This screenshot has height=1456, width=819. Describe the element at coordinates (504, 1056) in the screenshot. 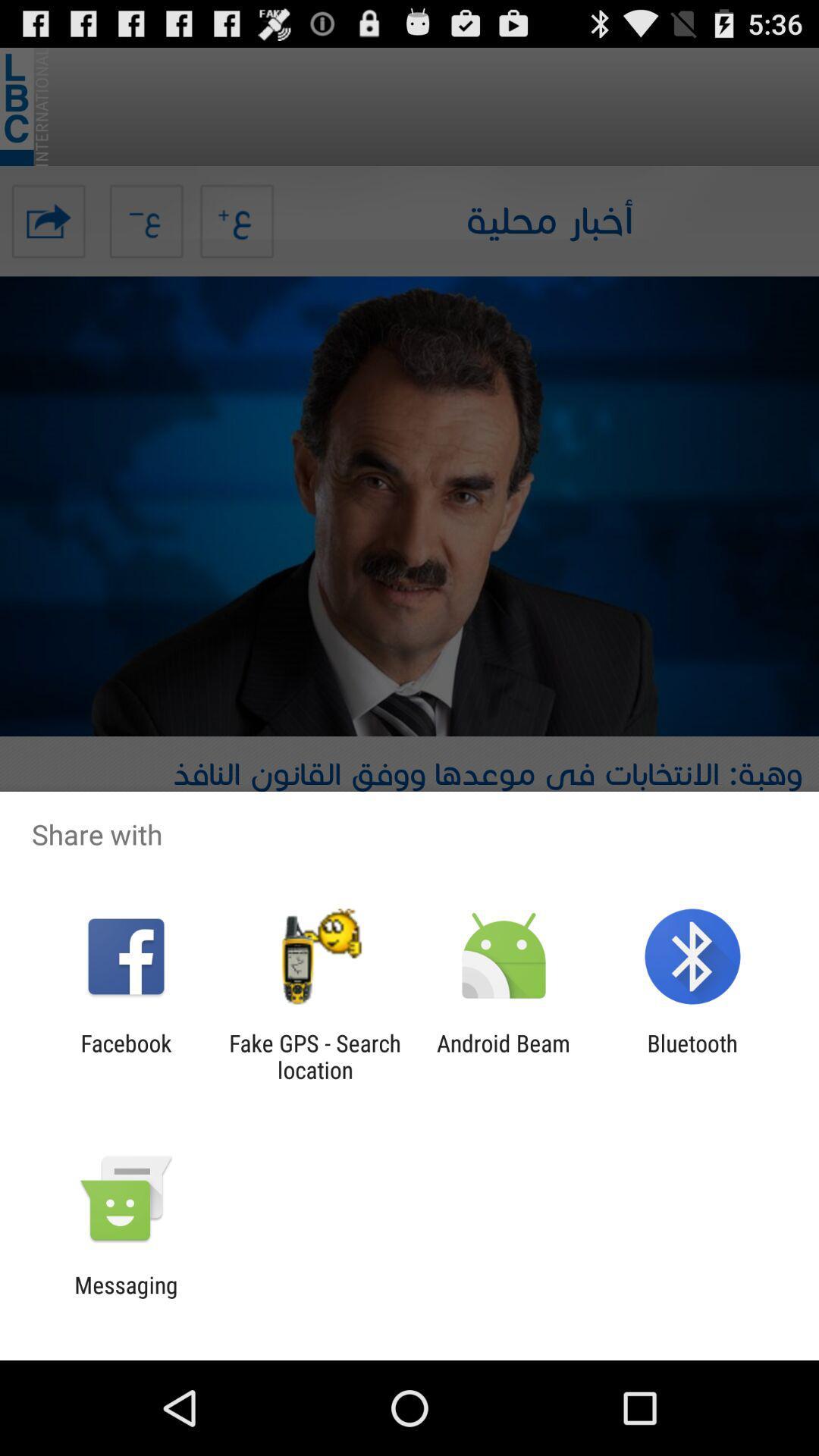

I see `the icon next to the bluetooth app` at that location.